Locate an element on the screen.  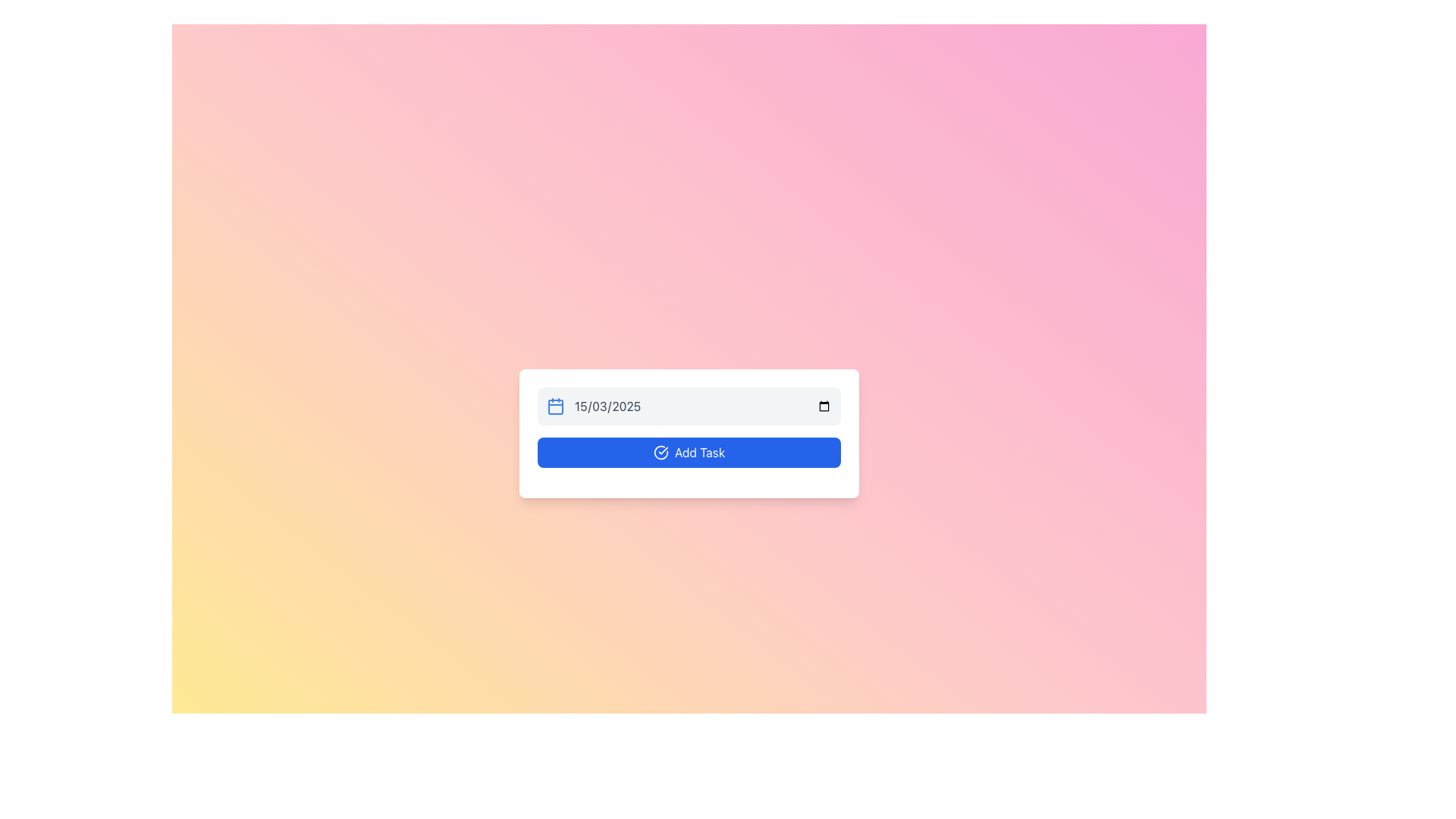
the calendar icon, which is styled with a blue outline and located to the left of the date selection field is located at coordinates (555, 406).